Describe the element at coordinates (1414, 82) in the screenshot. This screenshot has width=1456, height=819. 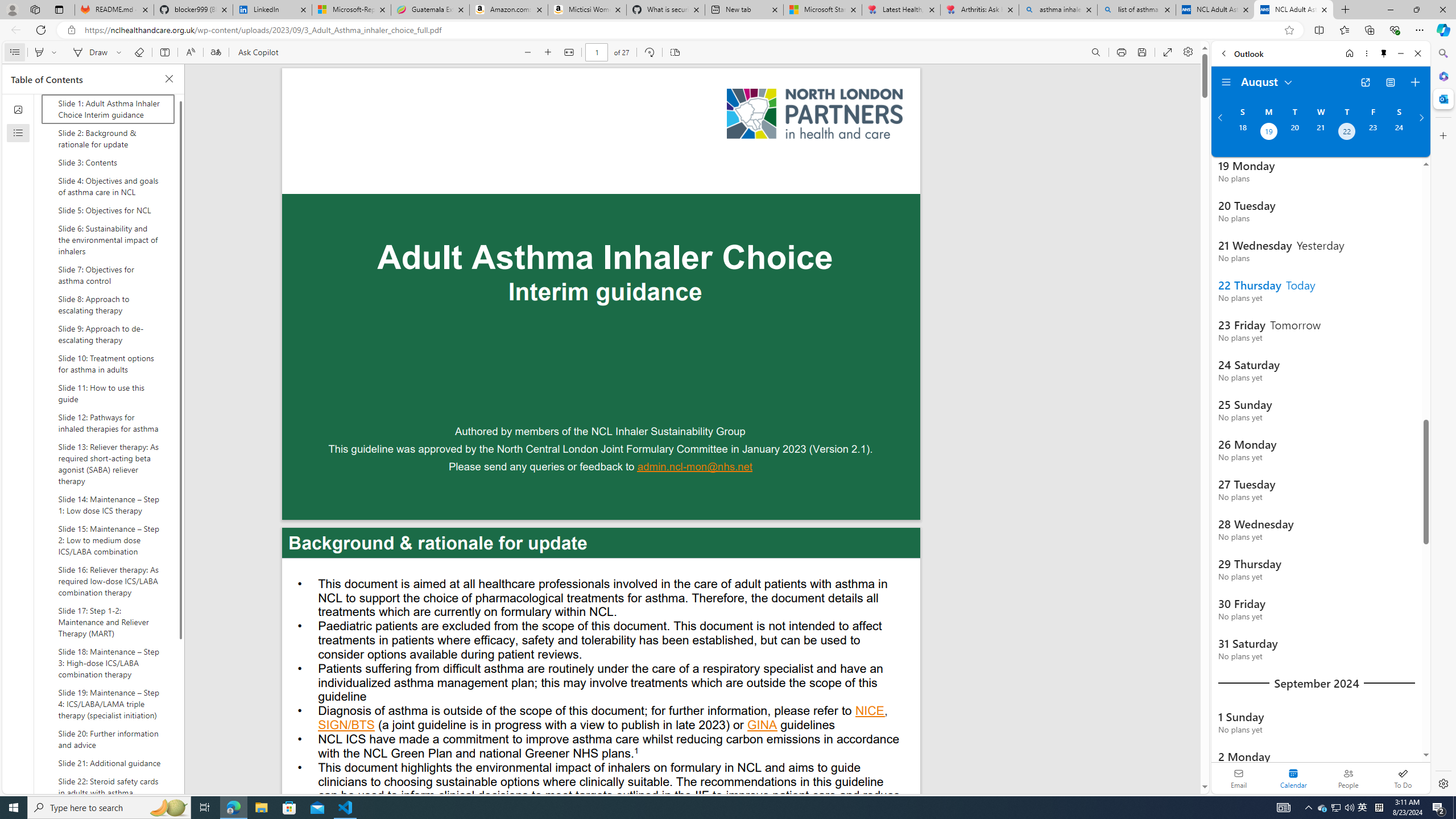
I see `'Create event'` at that location.